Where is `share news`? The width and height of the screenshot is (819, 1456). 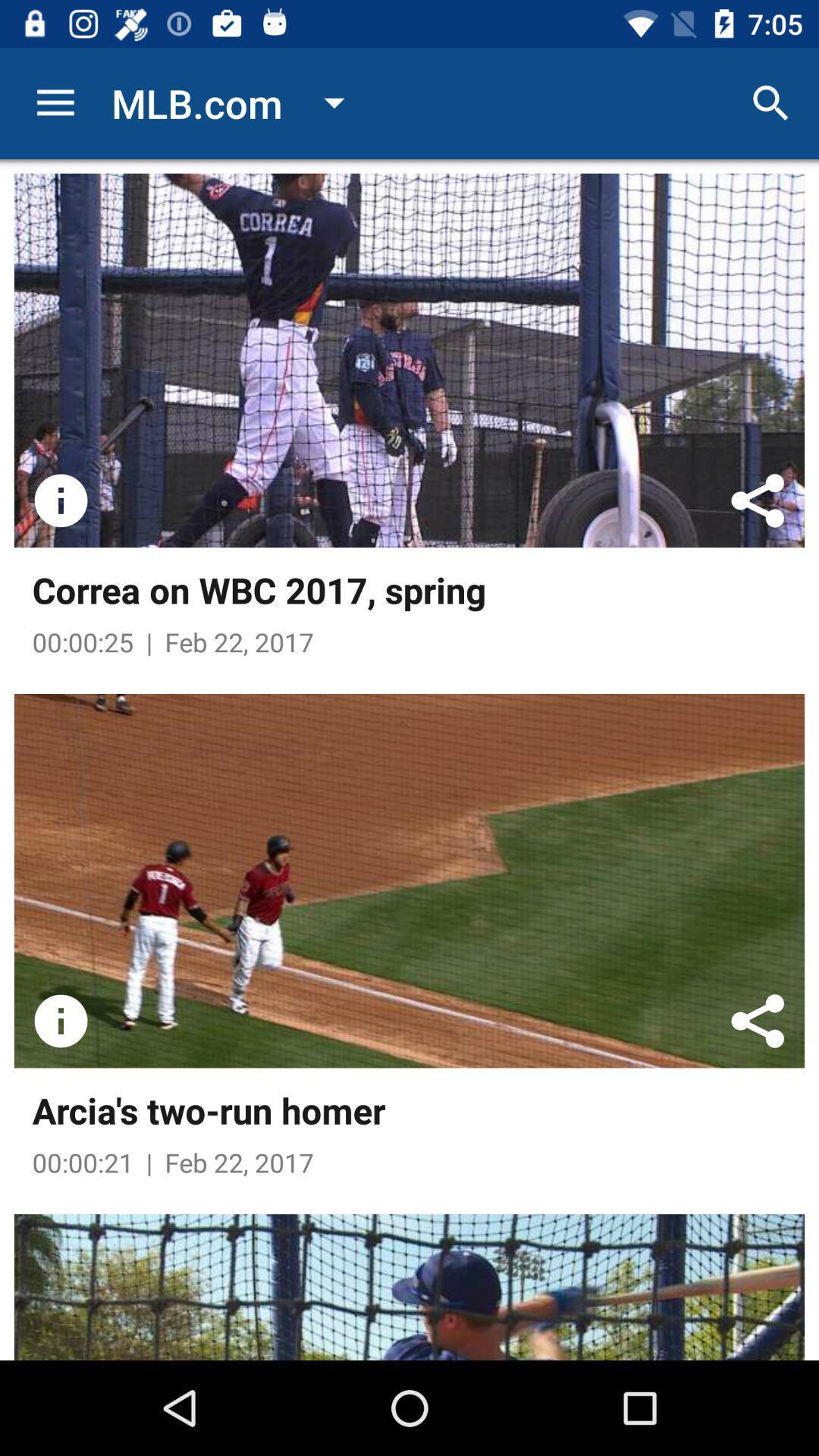 share news is located at coordinates (758, 1021).